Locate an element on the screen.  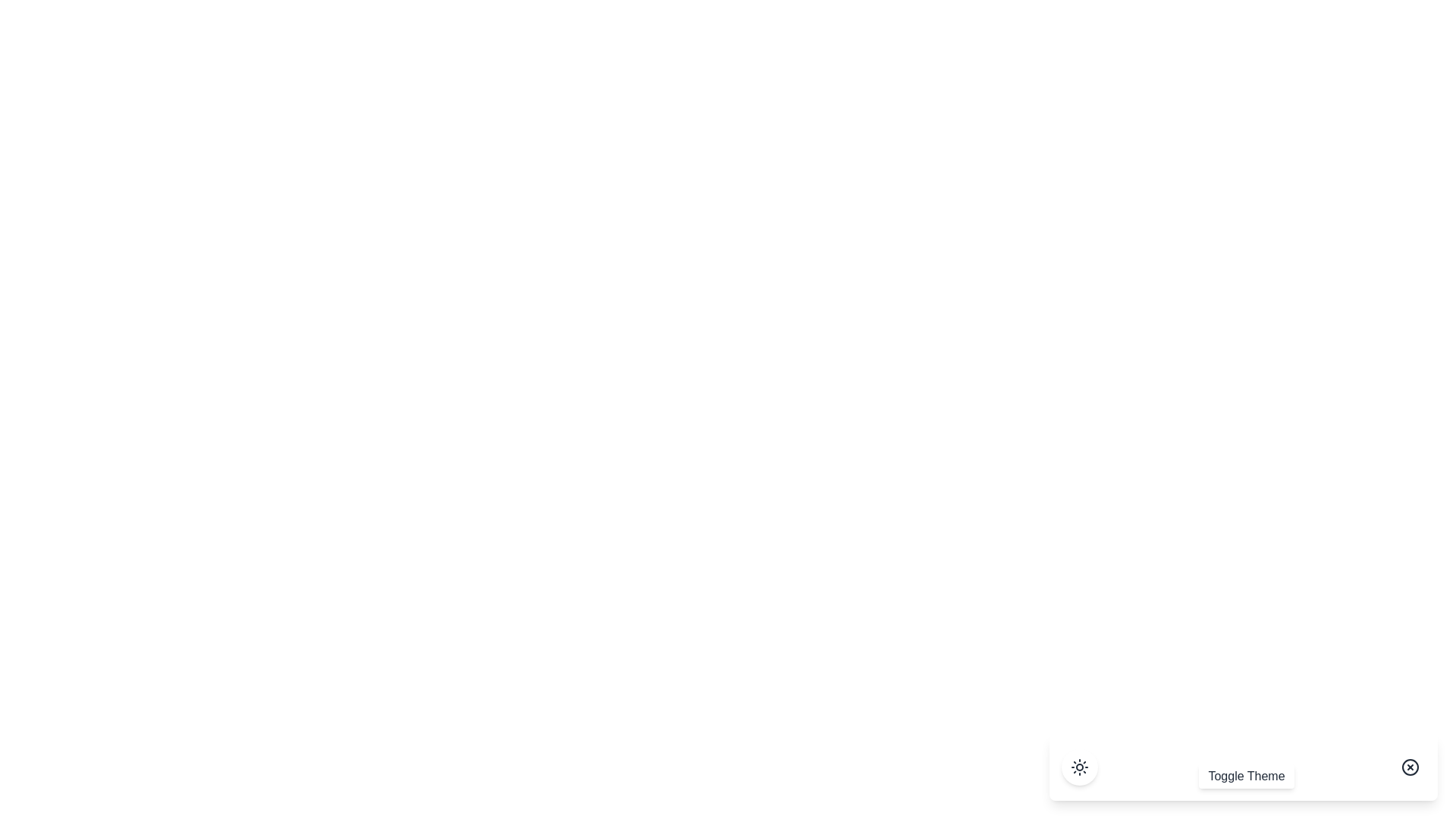
the toggle theme button to switch between day and night themes is located at coordinates (1079, 767).